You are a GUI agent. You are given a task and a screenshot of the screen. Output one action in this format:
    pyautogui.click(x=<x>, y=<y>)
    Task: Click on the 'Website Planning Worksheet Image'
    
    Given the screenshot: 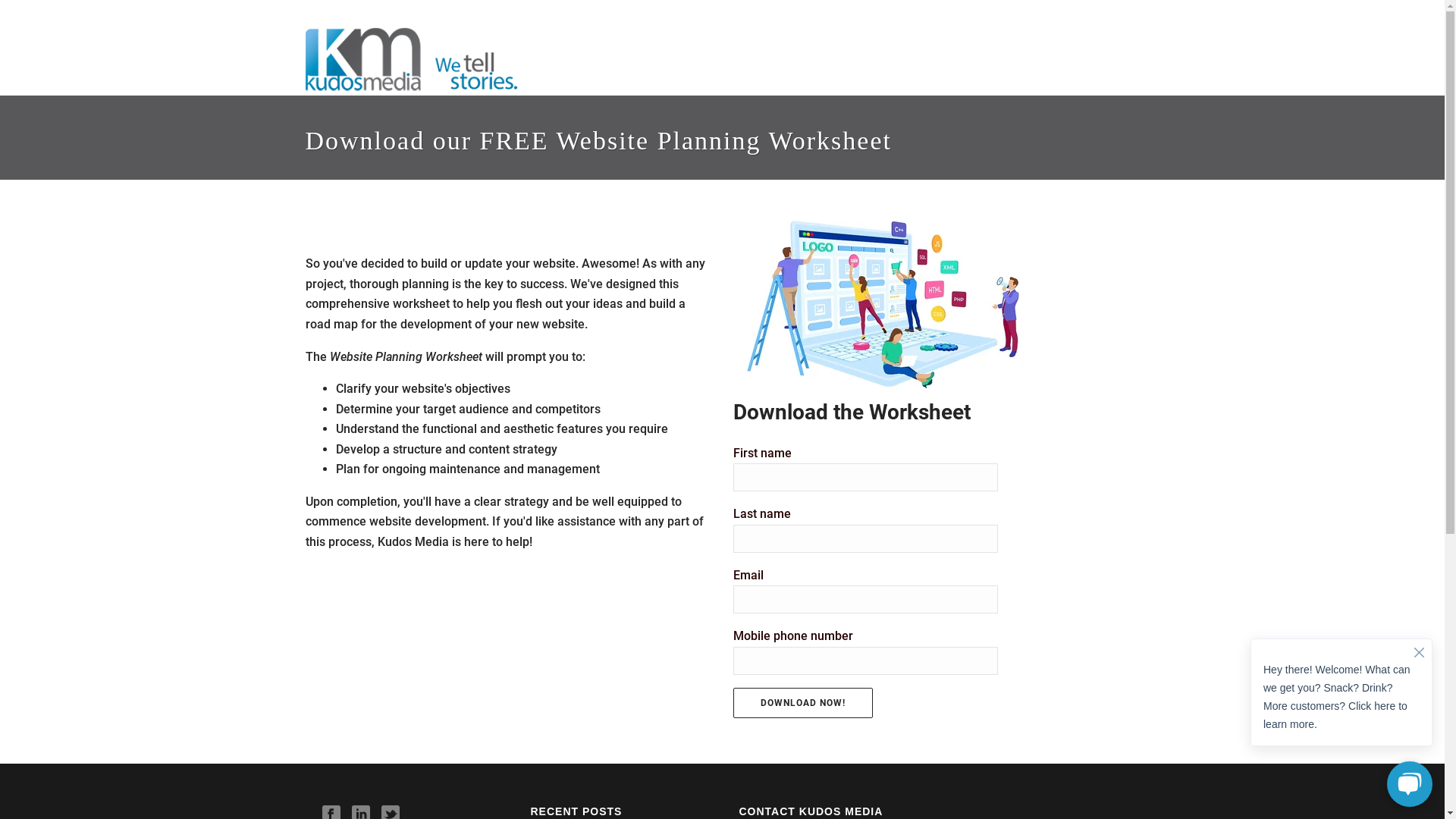 What is the action you would take?
    pyautogui.click(x=733, y=304)
    